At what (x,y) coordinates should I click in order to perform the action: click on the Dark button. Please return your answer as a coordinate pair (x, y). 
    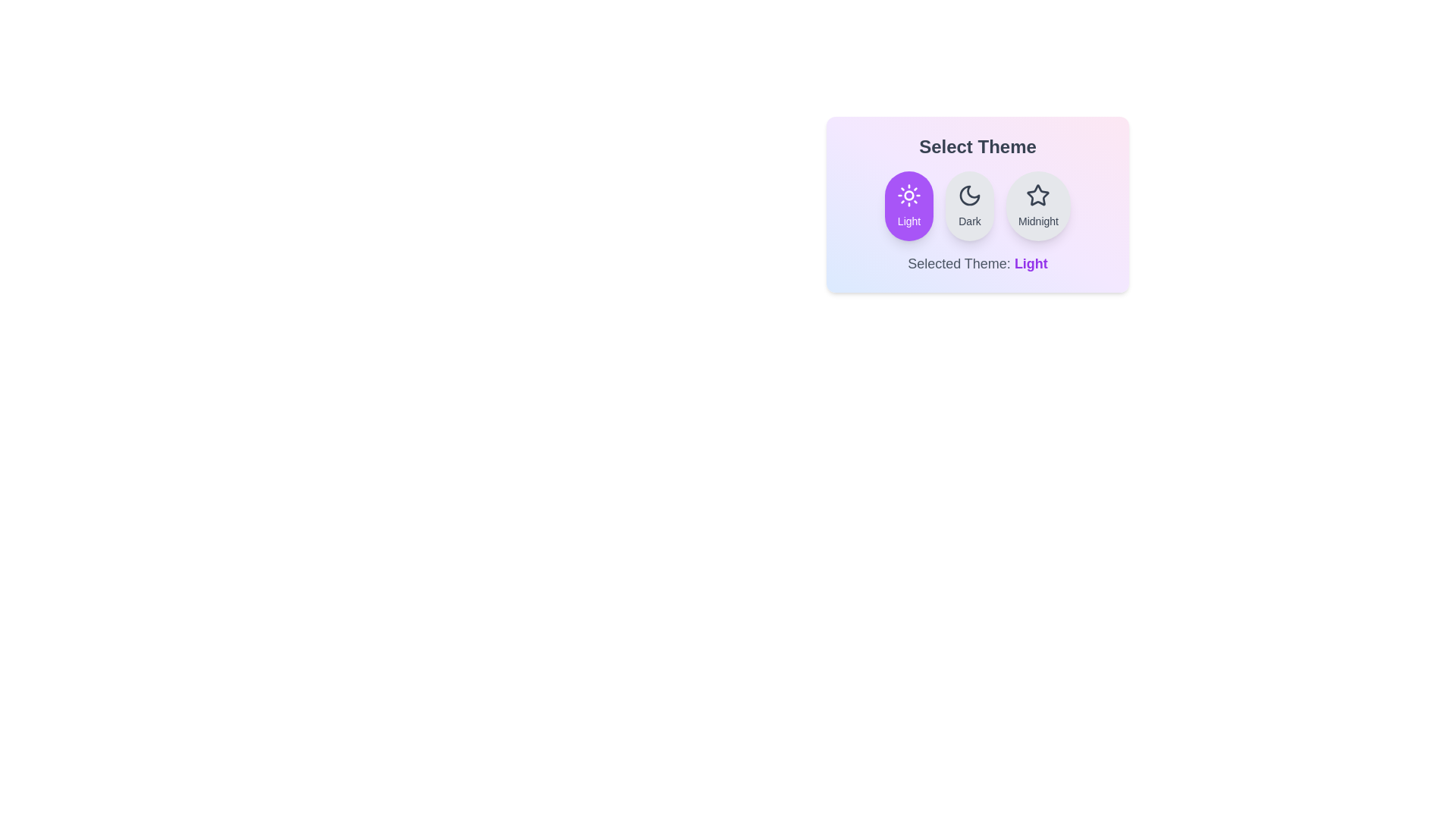
    Looking at the image, I should click on (969, 206).